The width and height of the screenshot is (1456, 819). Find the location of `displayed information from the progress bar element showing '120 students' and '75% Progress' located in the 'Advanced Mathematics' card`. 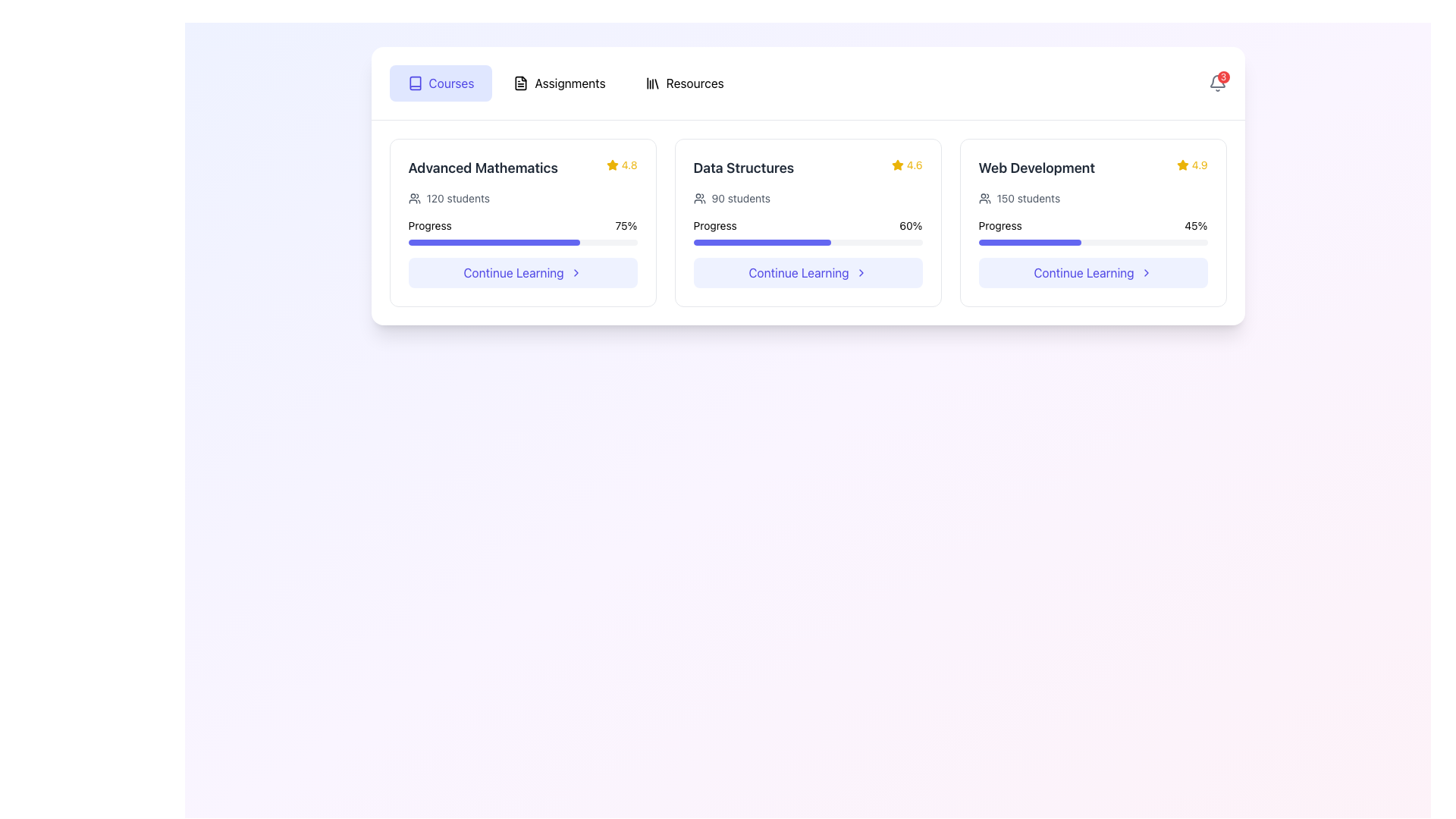

displayed information from the progress bar element showing '120 students' and '75% Progress' located in the 'Advanced Mathematics' card is located at coordinates (522, 218).